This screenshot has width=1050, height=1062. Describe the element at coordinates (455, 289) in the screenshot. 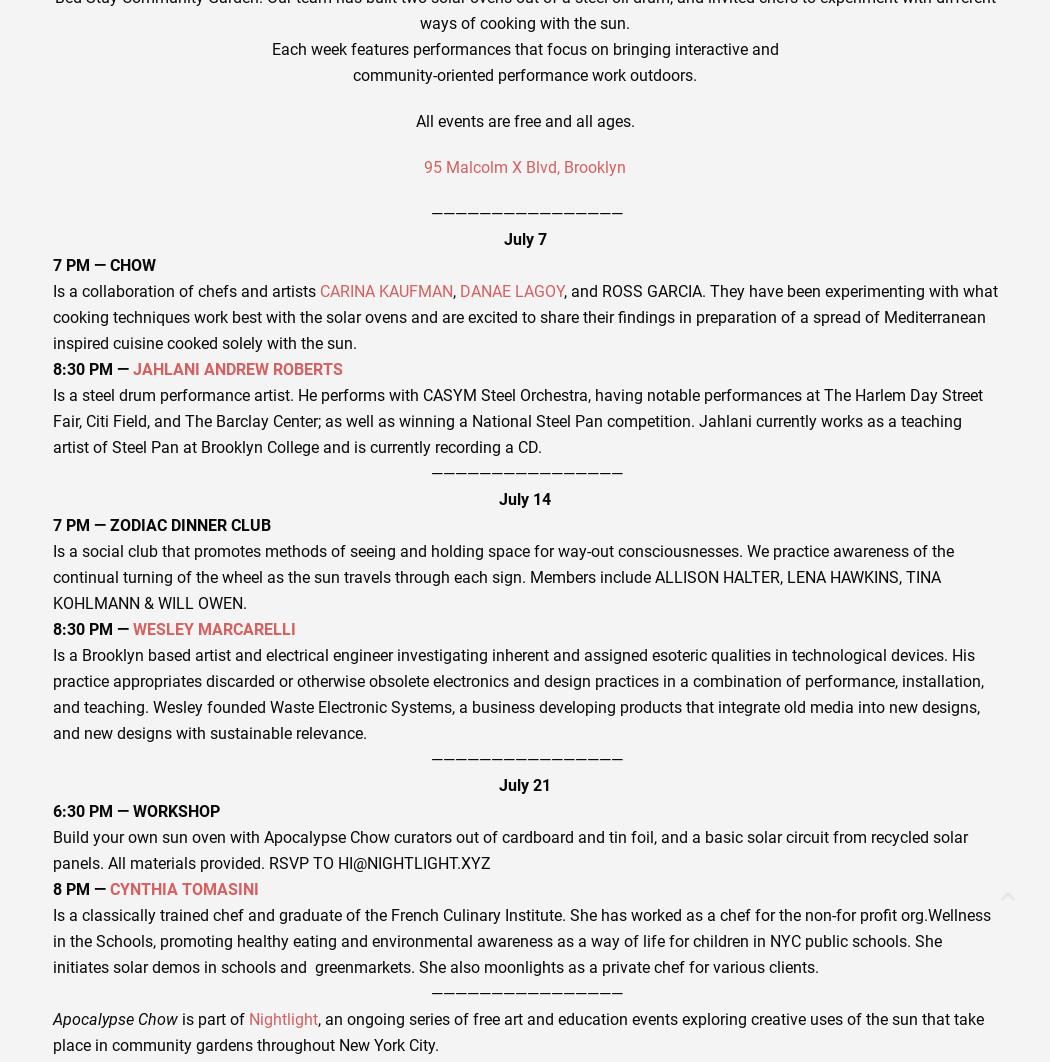

I see `','` at that location.